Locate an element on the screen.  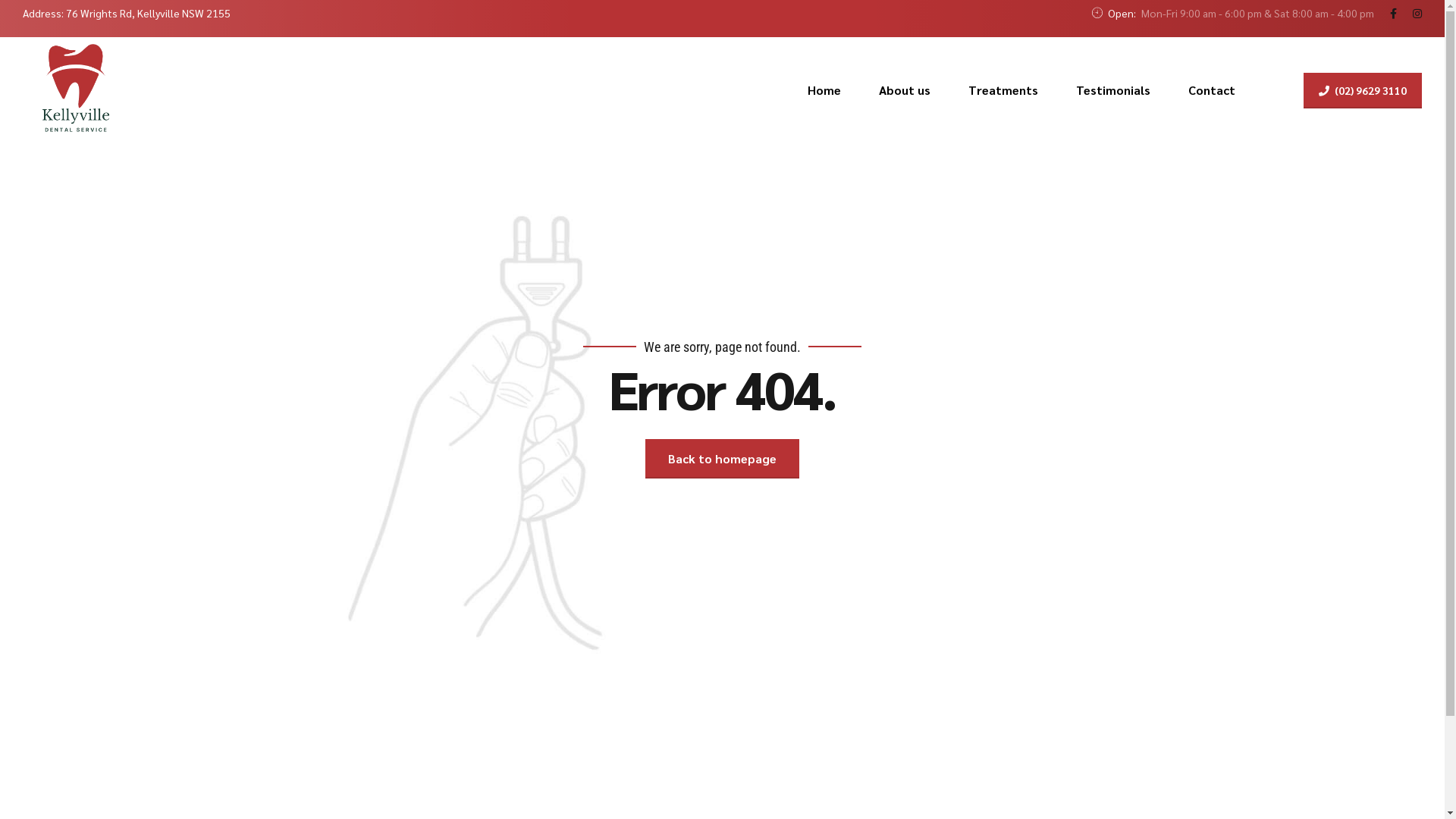
'Contact' is located at coordinates (1211, 90).